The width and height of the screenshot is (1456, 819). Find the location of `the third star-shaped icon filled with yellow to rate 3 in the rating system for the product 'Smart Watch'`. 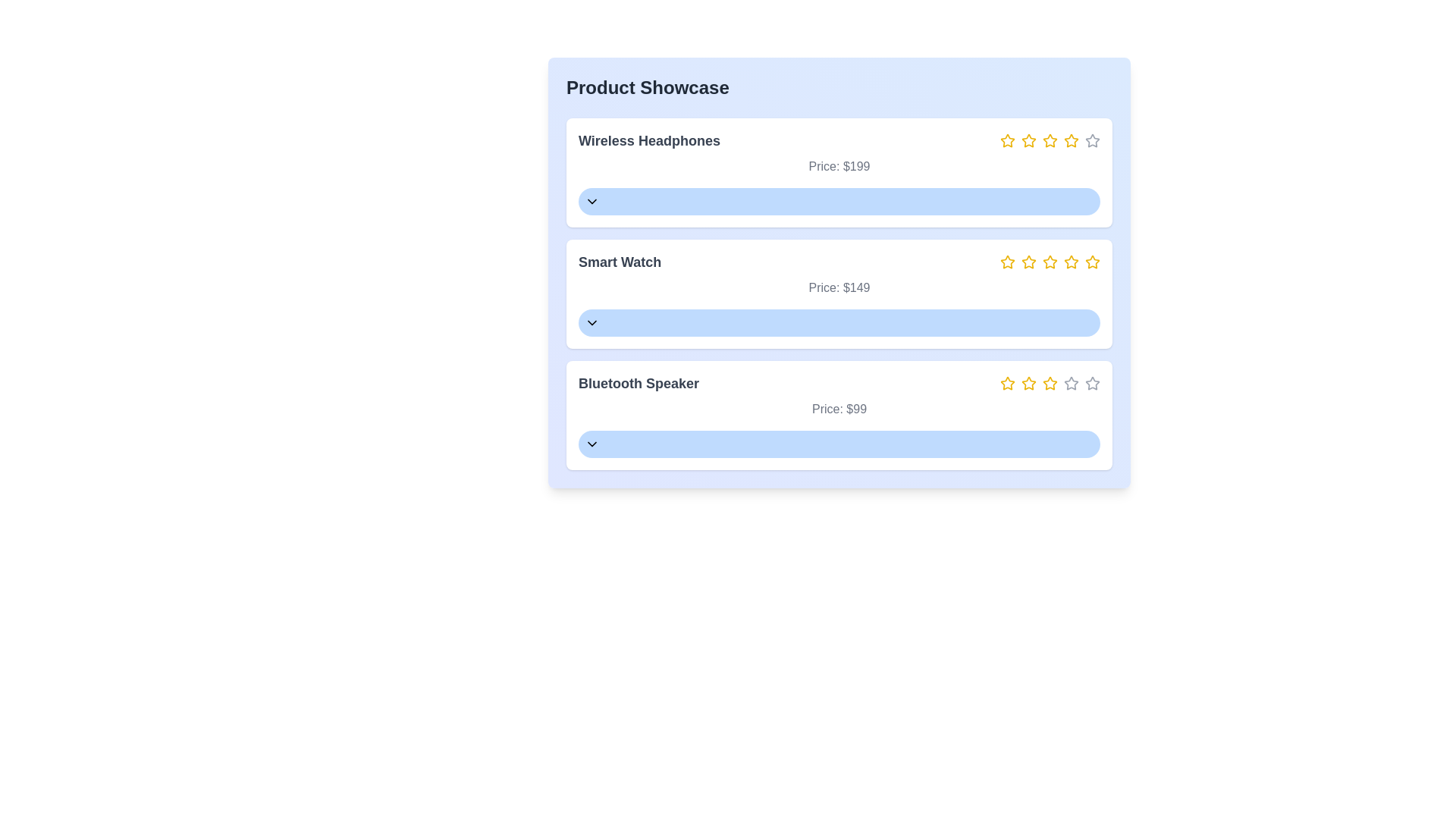

the third star-shaped icon filled with yellow to rate 3 in the rating system for the product 'Smart Watch' is located at coordinates (1028, 260).